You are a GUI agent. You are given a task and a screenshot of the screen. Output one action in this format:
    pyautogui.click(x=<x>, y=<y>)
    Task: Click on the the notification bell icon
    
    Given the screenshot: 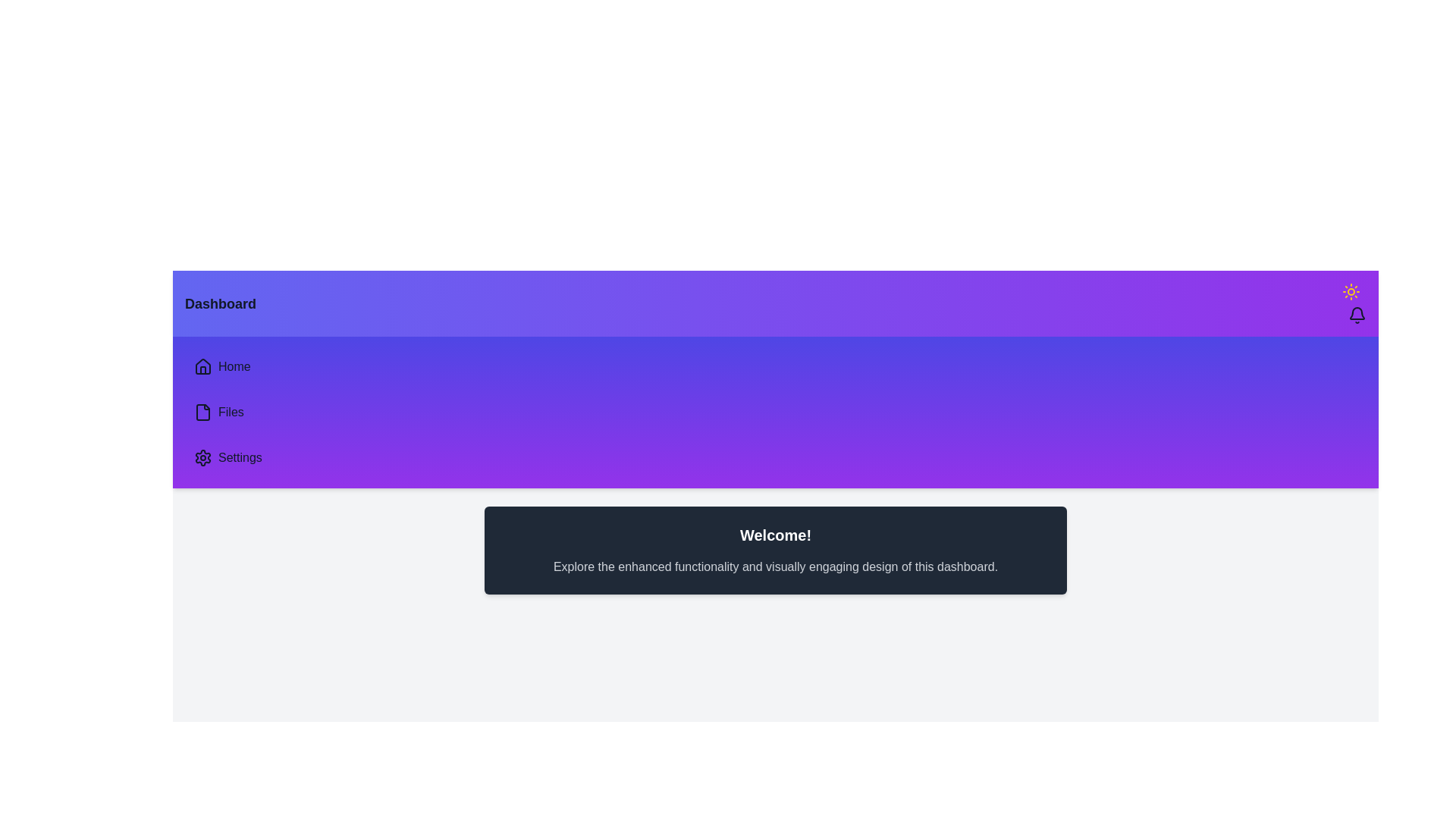 What is the action you would take?
    pyautogui.click(x=1357, y=315)
    